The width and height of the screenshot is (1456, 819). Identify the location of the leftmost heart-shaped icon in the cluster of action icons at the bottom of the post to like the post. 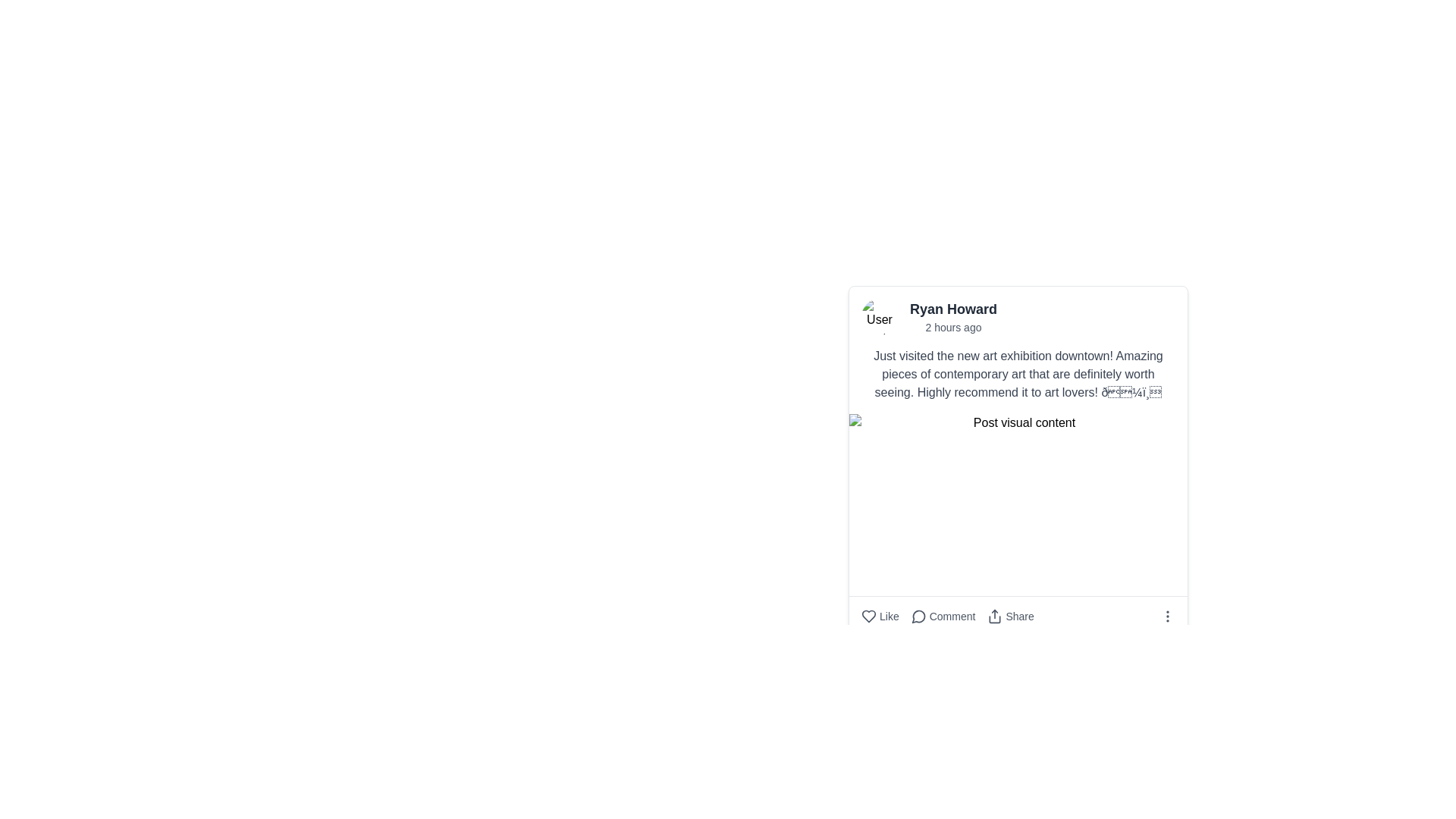
(869, 617).